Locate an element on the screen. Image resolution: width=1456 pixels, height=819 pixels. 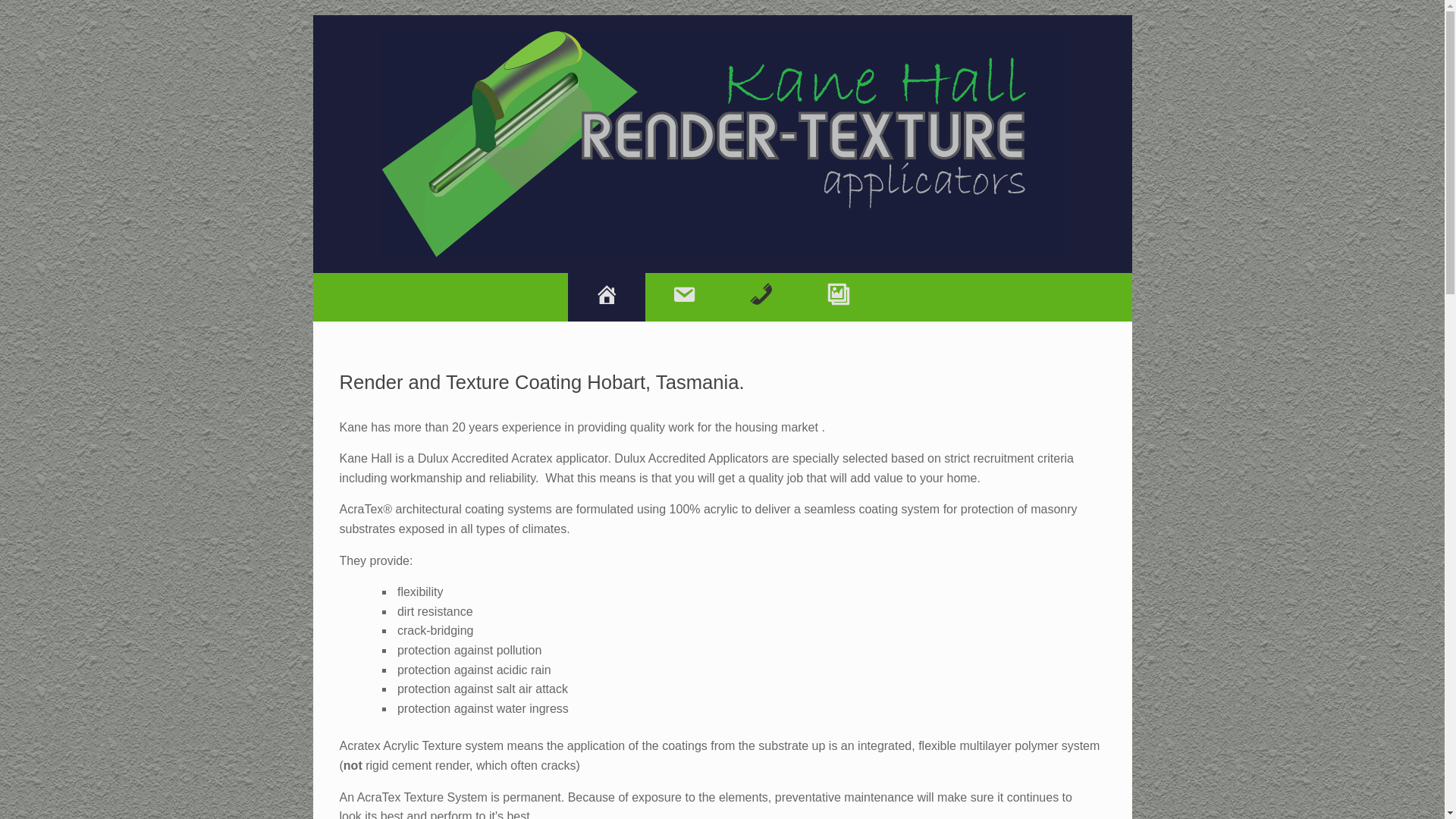
'Home' is located at coordinates (604, 297).